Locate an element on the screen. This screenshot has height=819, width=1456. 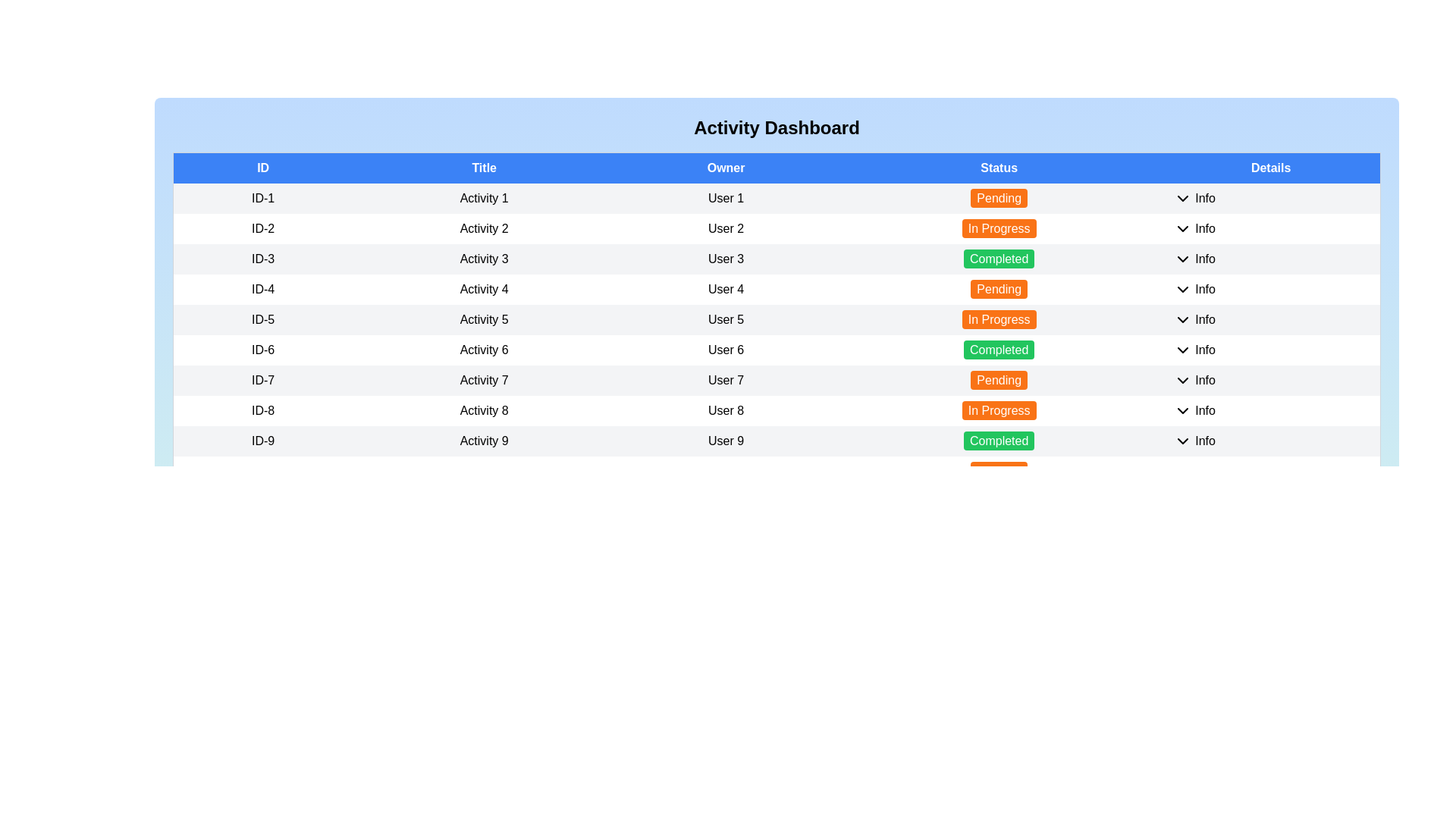
'Reload Data' button to refresh the data displayed on the dashboard is located at coordinates (216, 811).